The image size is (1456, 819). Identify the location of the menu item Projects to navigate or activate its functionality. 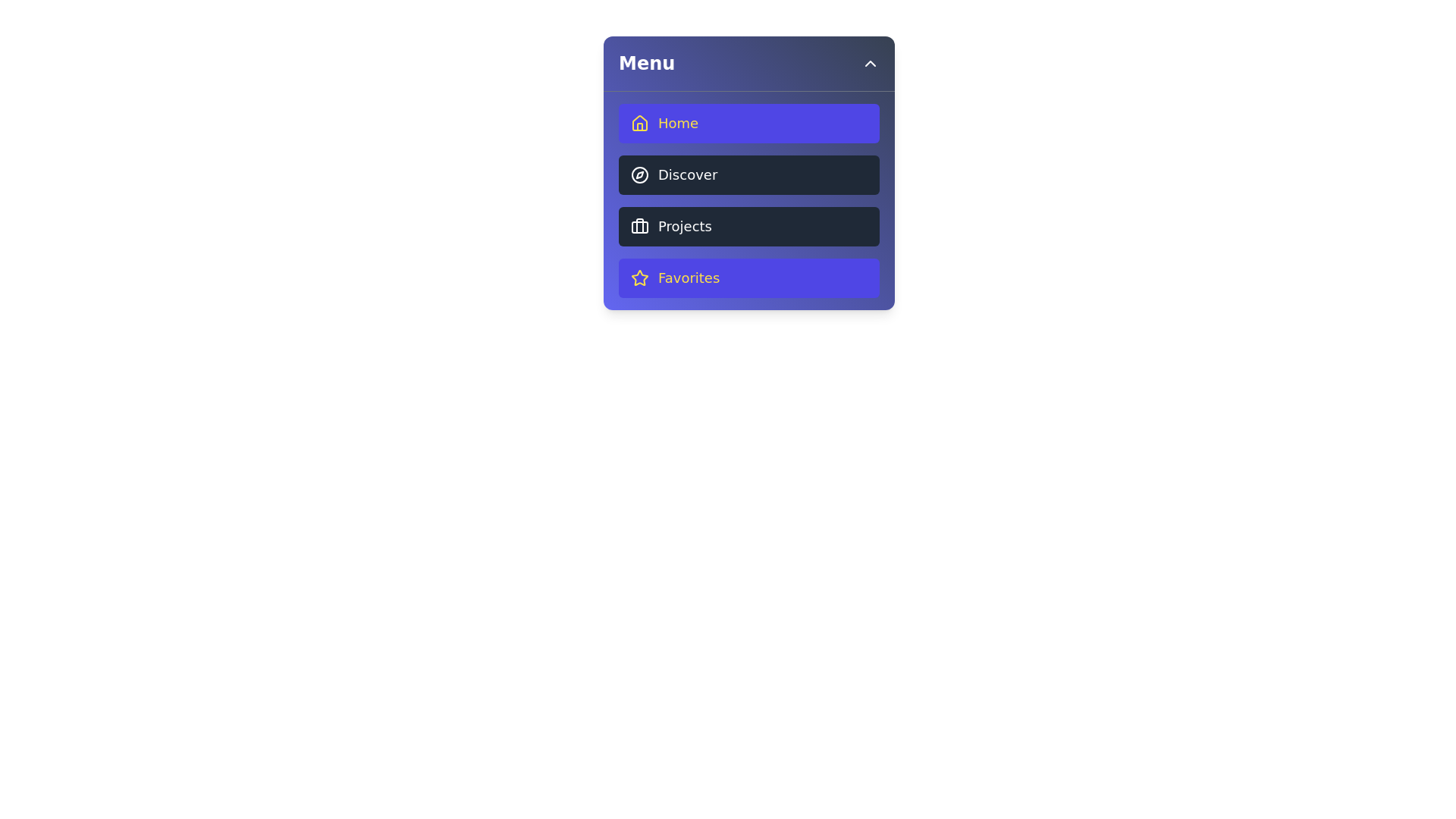
(749, 227).